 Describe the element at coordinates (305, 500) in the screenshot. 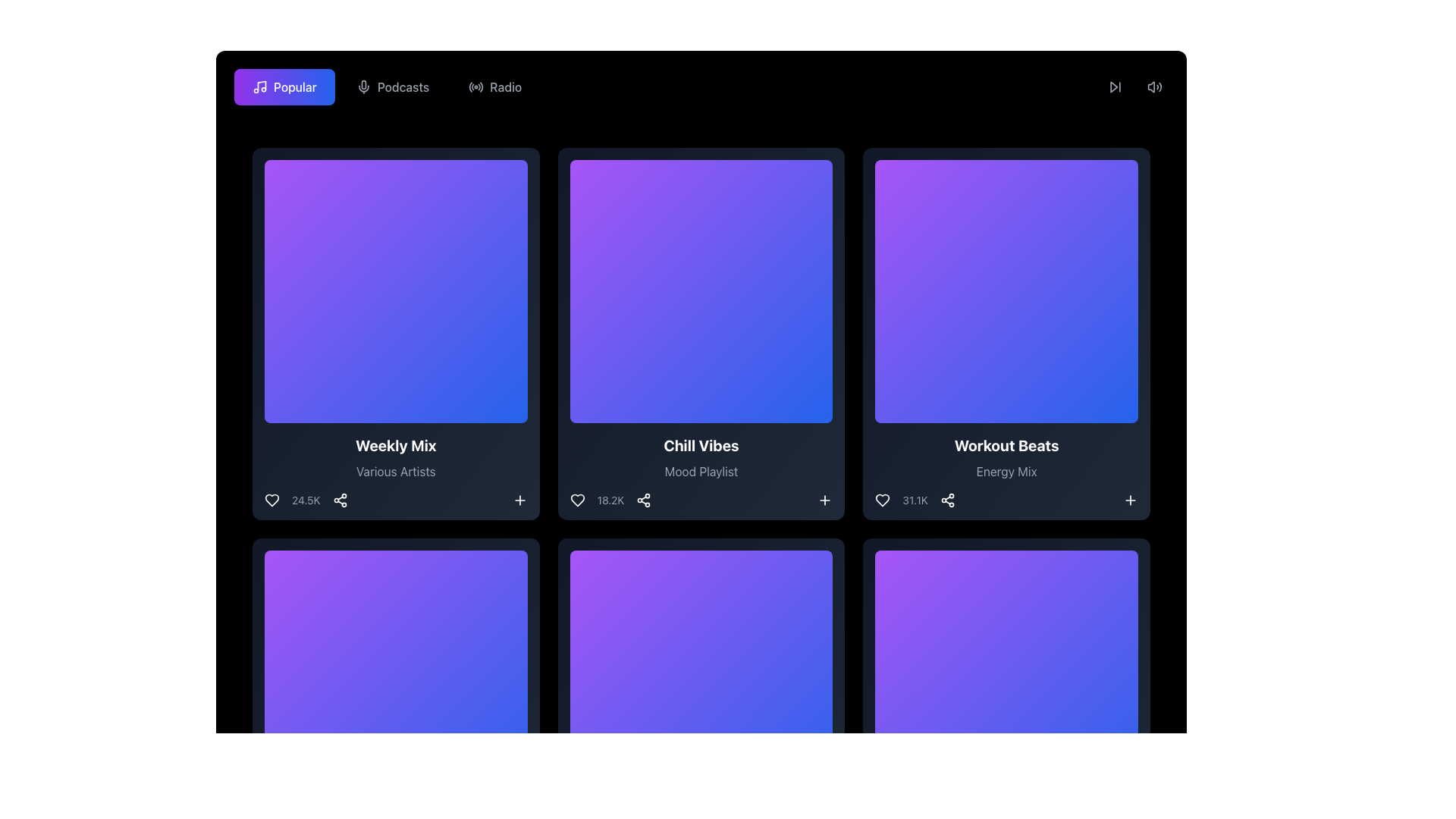

I see `the text label displaying '24.5K', which is styled in a small gray font and located below the 'Weekly Mix' card, between two icons` at that location.